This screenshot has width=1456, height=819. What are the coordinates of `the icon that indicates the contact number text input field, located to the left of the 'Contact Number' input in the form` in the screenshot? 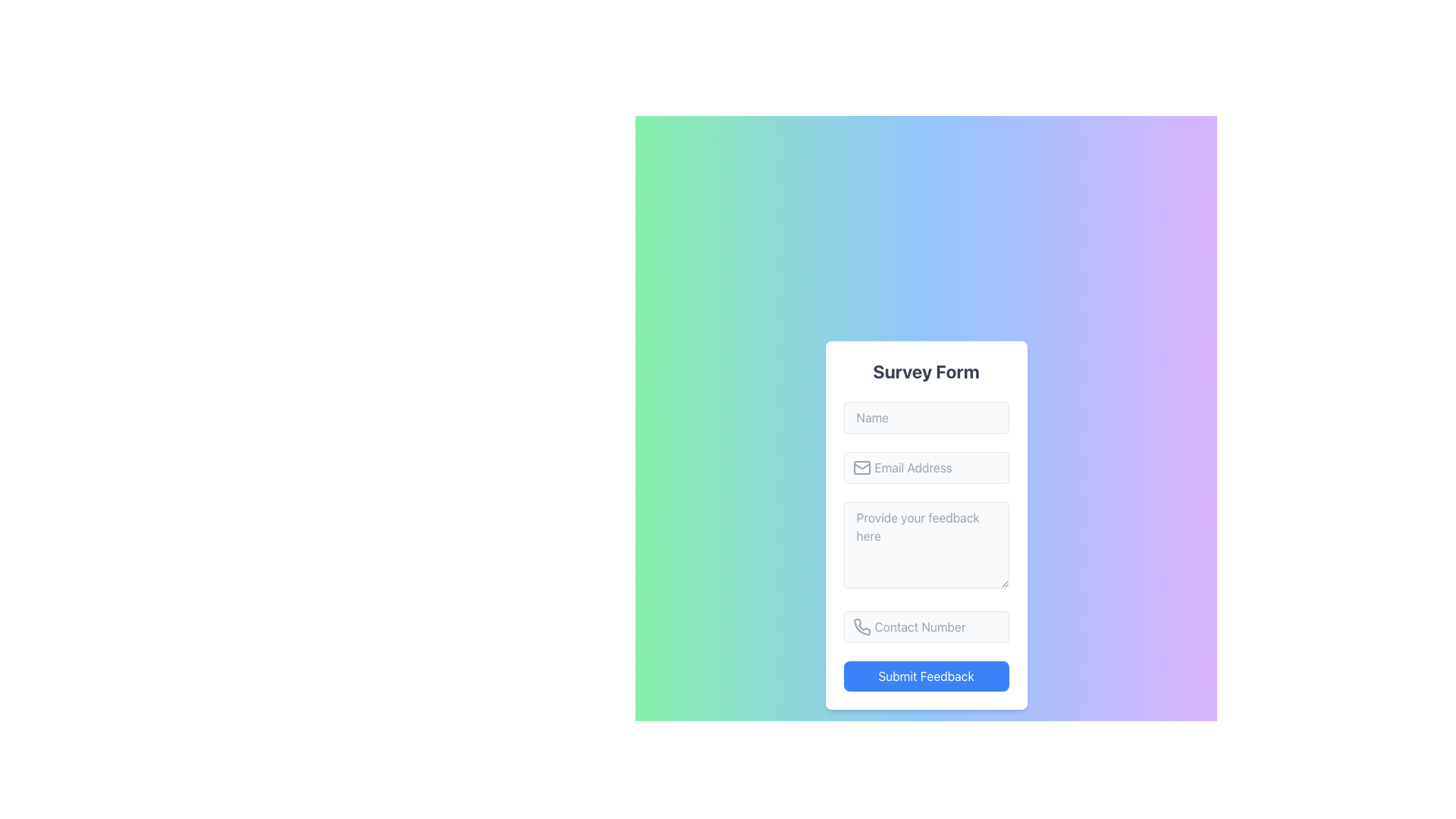 It's located at (861, 626).